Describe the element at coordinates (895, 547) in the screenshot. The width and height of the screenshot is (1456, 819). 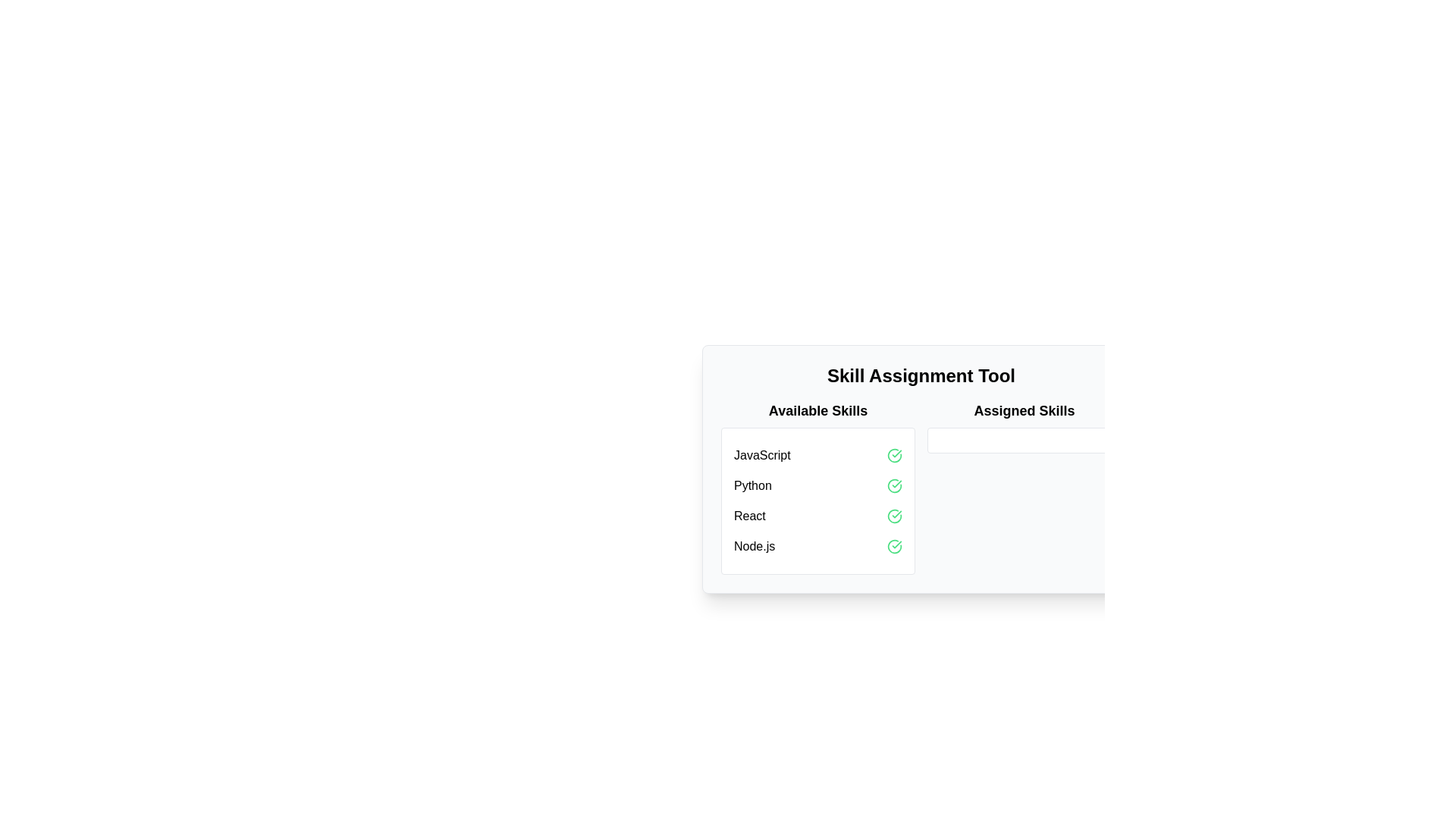
I see `the circular green icon with a checkmark indicating completion, located adjacent to the 'Node.js' label in the 'Available Skills' section` at that location.